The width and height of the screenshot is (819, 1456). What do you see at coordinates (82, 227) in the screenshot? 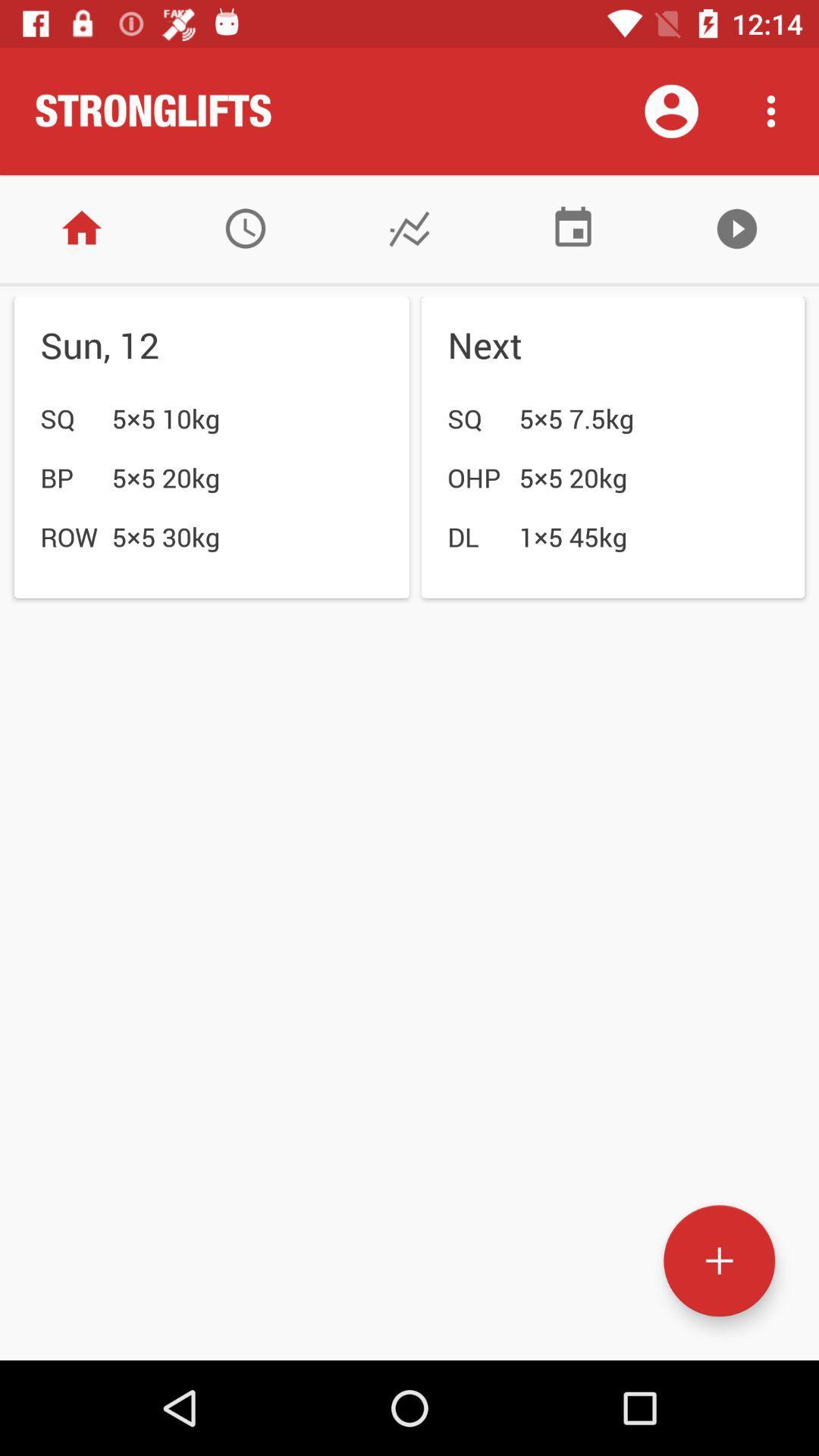
I see `switch to home screen` at bounding box center [82, 227].